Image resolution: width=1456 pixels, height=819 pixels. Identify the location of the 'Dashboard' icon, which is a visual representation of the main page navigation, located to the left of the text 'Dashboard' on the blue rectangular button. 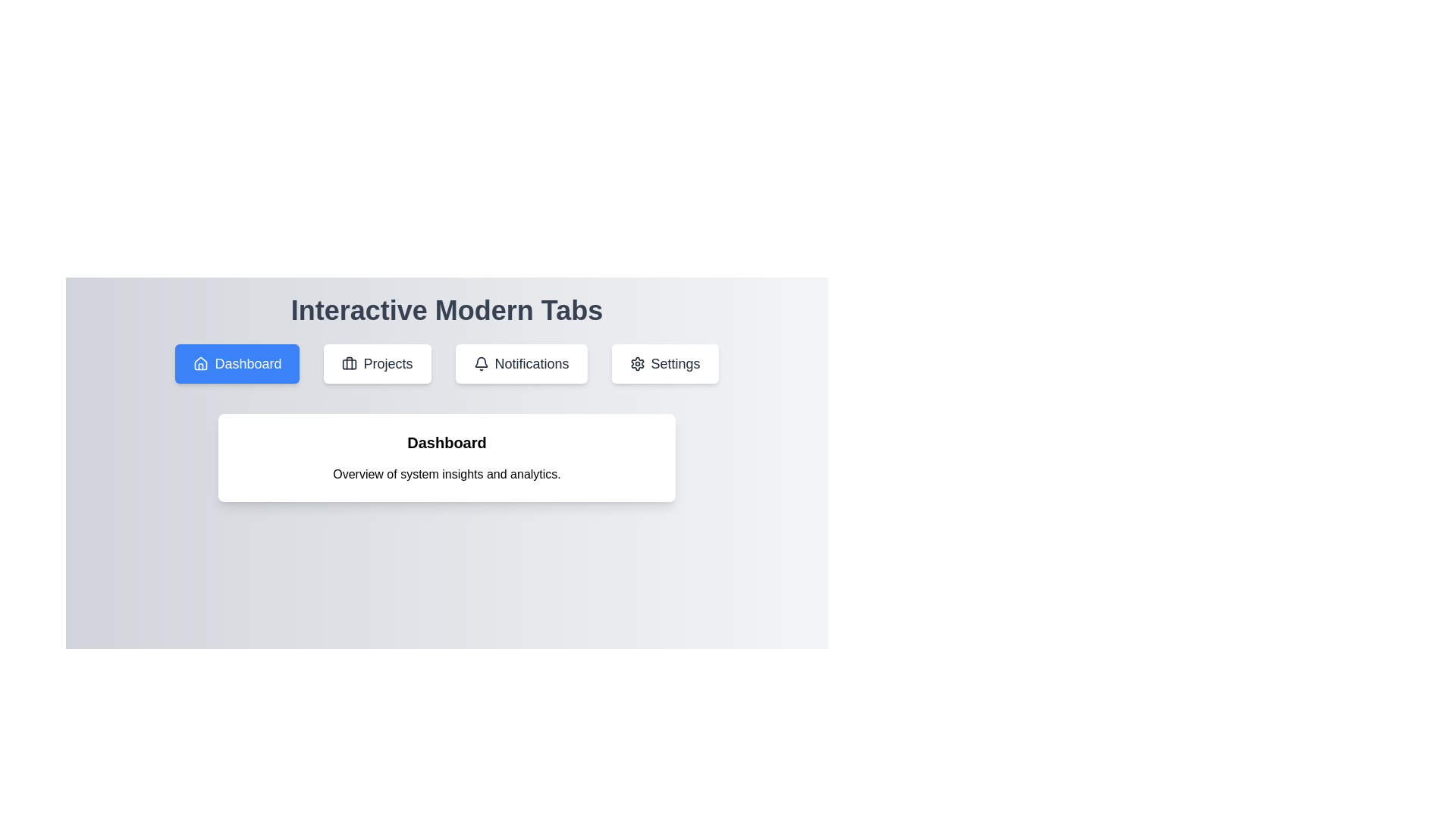
(200, 363).